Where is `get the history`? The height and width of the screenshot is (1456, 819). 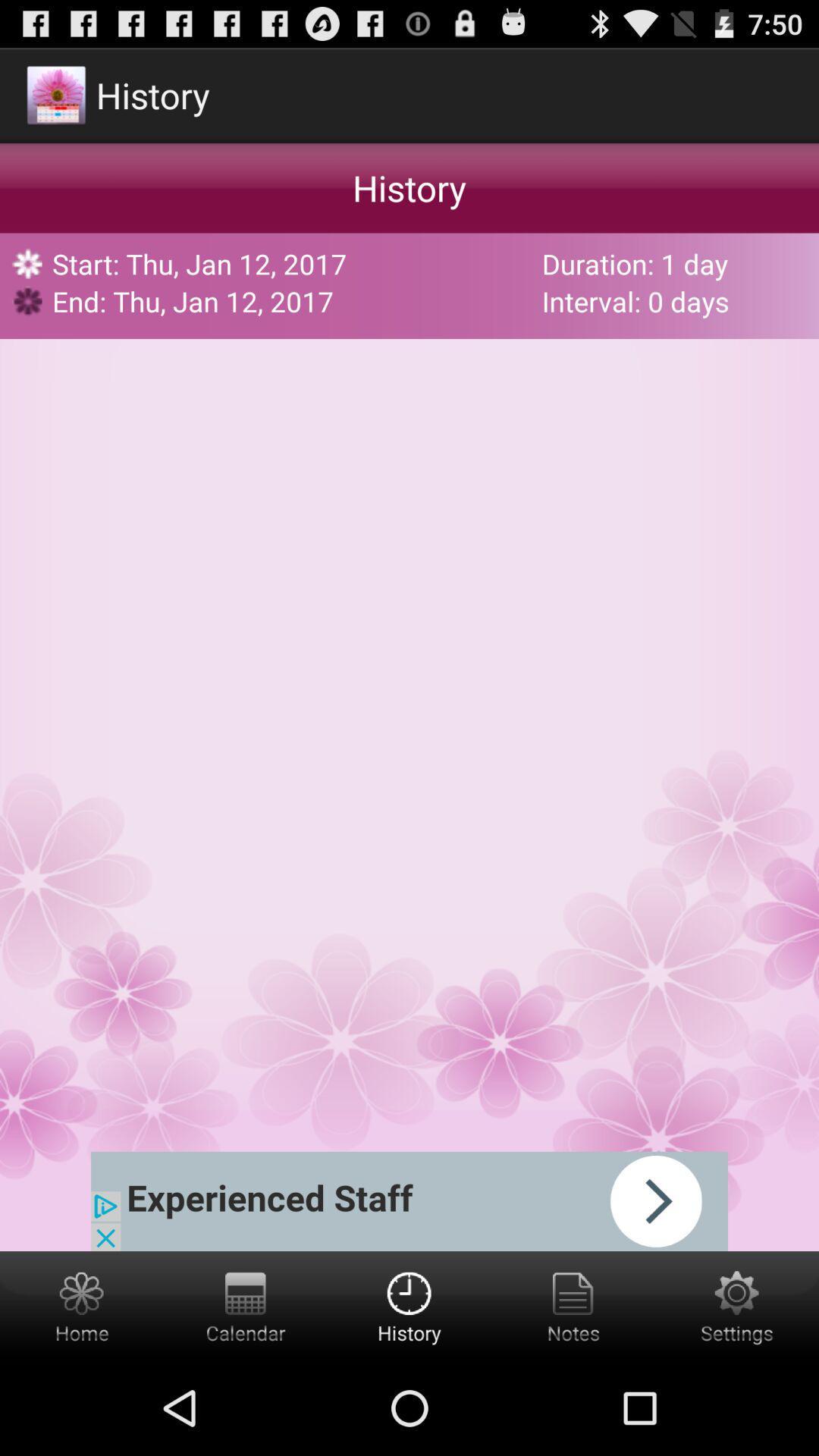
get the history is located at coordinates (409, 1305).